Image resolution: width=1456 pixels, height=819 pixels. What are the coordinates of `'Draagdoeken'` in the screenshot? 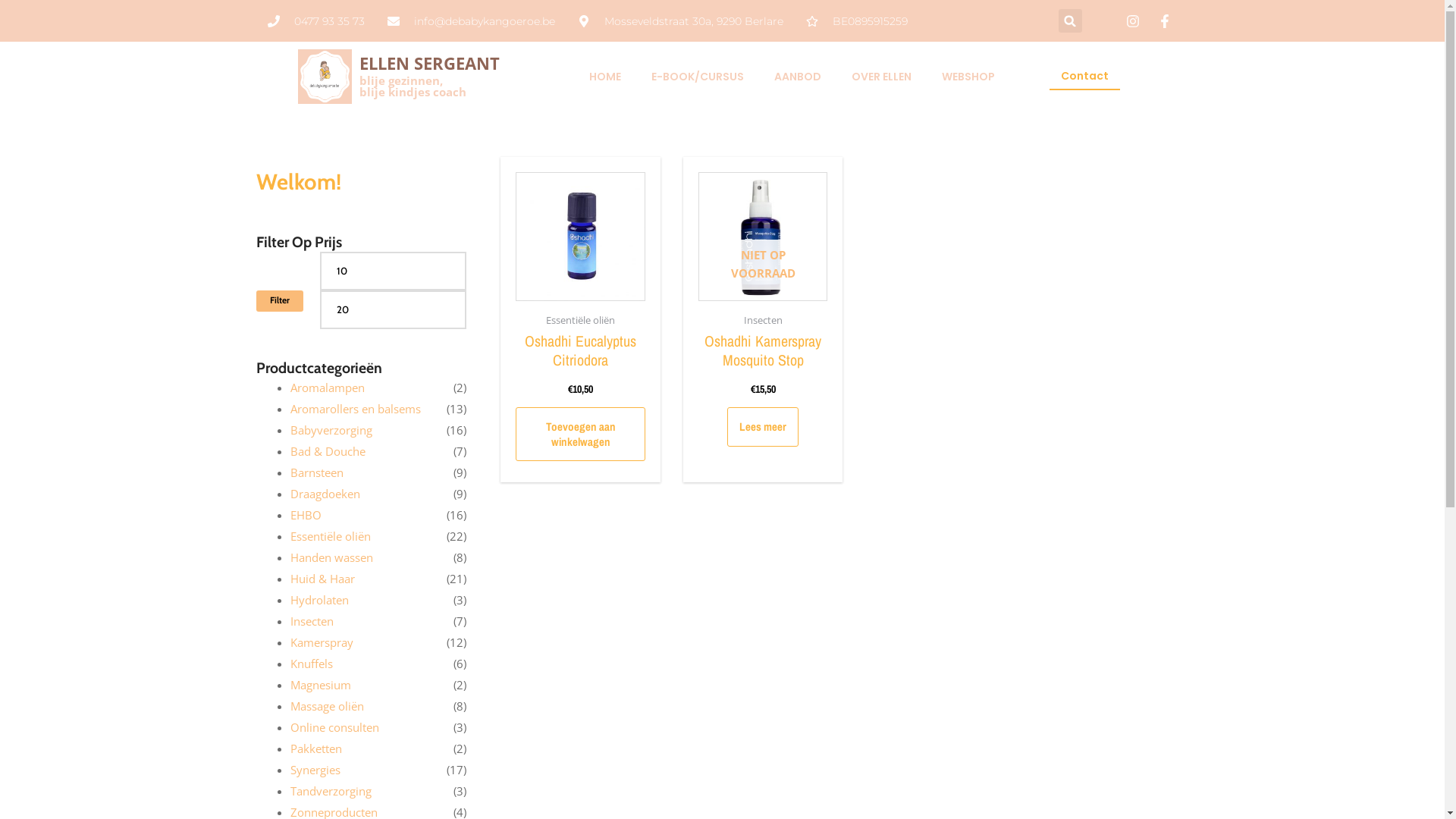 It's located at (323, 494).